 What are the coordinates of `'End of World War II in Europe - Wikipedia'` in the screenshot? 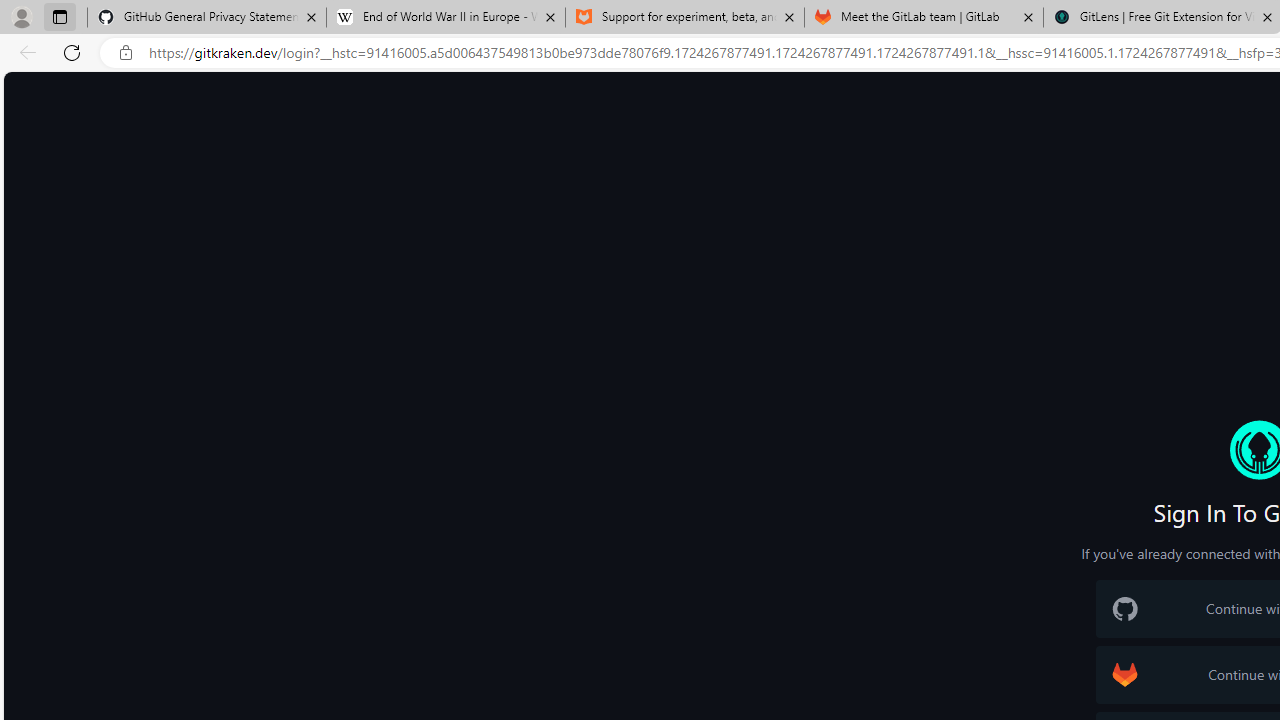 It's located at (444, 17).